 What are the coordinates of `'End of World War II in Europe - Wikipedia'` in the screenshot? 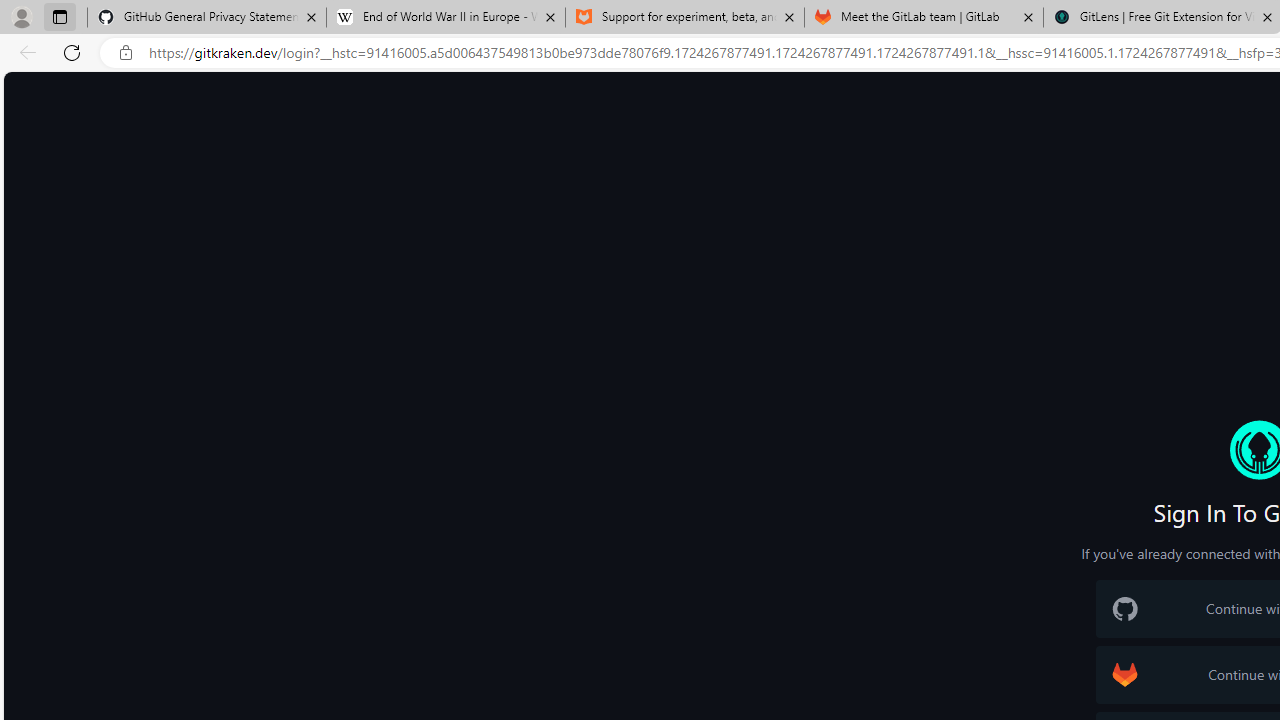 It's located at (444, 17).